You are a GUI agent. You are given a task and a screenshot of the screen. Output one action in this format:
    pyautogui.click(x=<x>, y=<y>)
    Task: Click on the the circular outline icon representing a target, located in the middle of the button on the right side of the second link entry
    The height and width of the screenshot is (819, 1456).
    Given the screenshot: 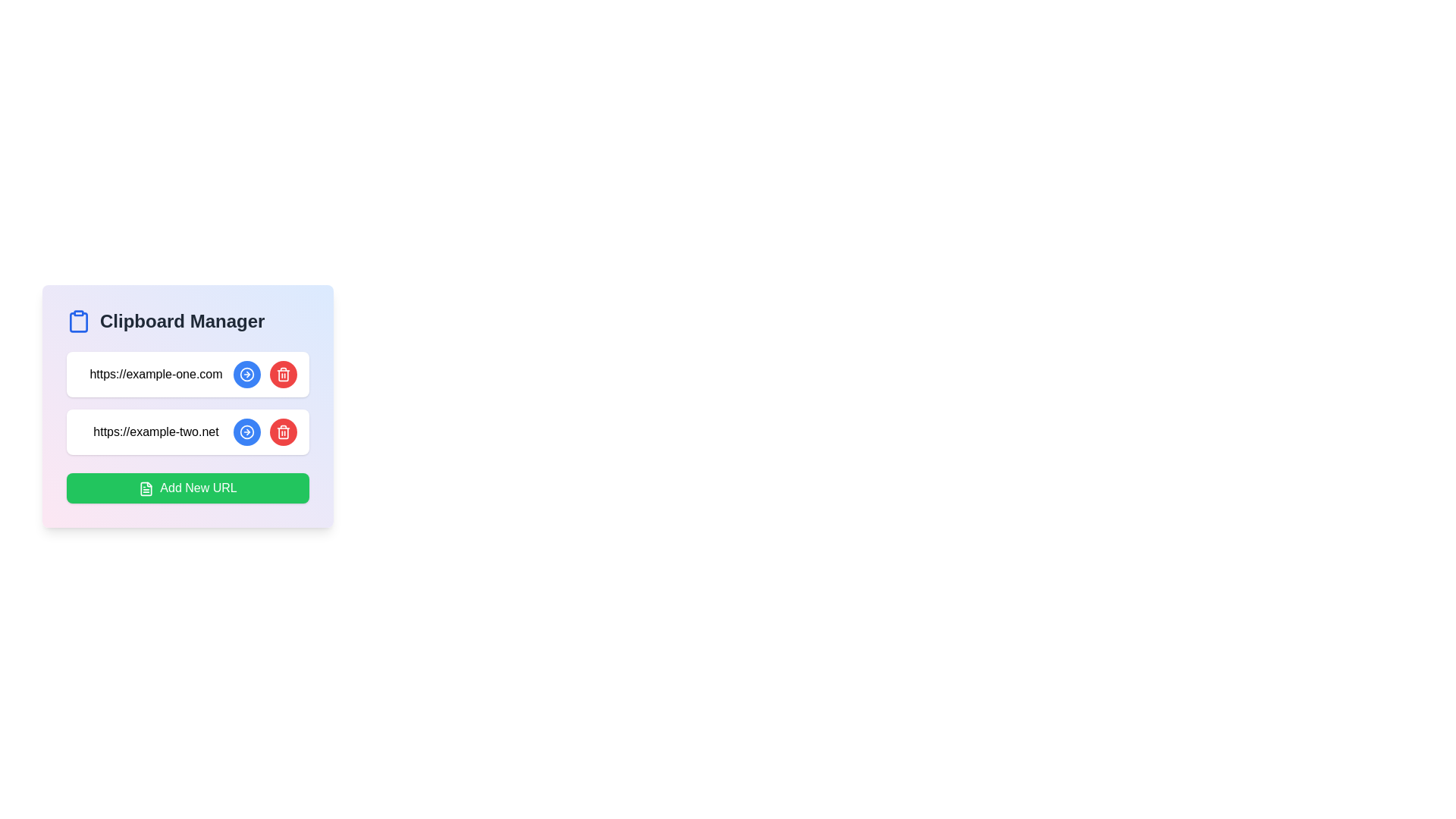 What is the action you would take?
    pyautogui.click(x=247, y=432)
    